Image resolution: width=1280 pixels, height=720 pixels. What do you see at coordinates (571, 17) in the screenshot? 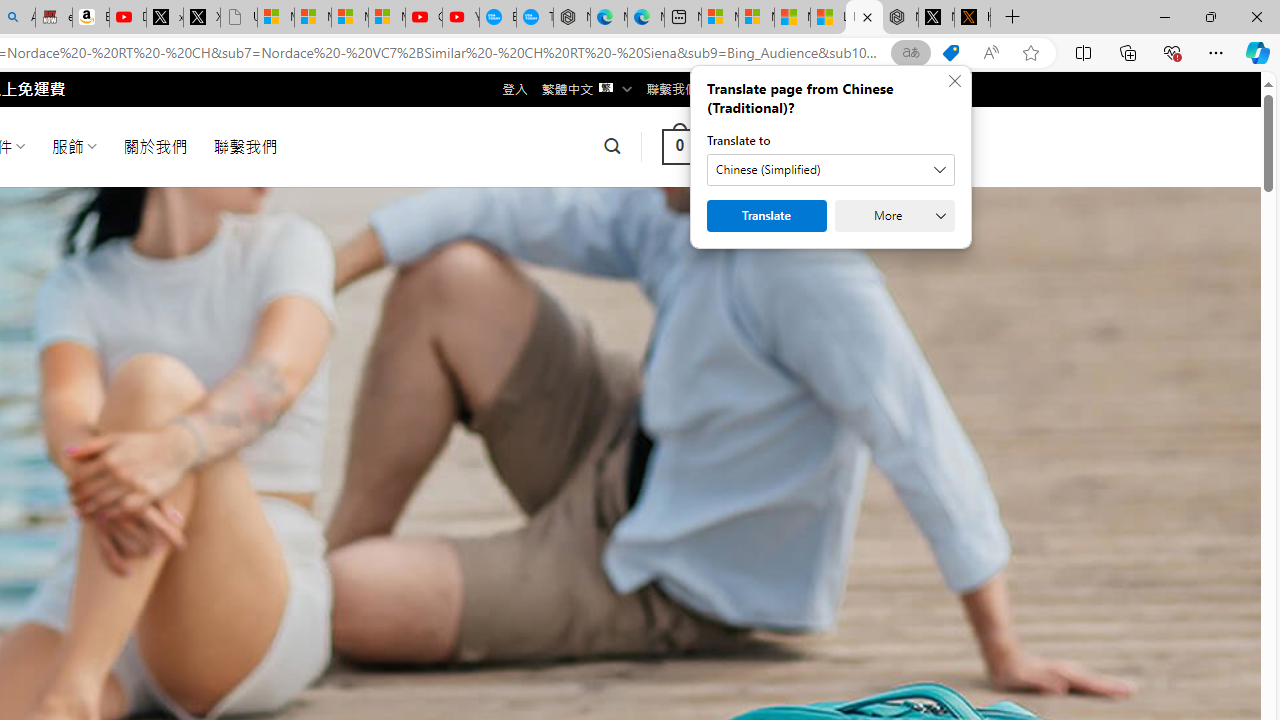
I see `'Nordace - Nordace has arrived Hong Kong'` at bounding box center [571, 17].